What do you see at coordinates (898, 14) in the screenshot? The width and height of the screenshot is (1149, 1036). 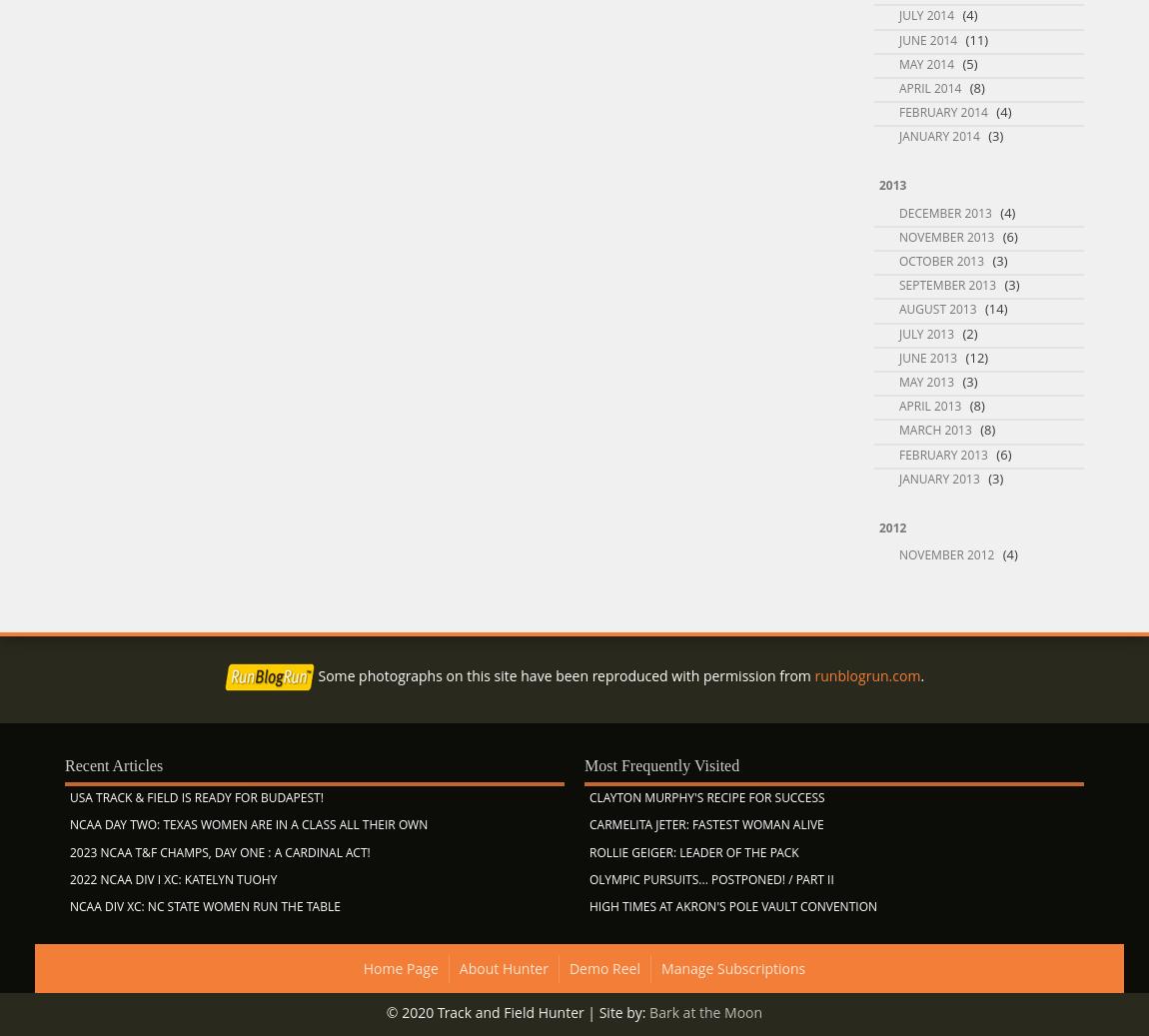 I see `'July 2014'` at bounding box center [898, 14].